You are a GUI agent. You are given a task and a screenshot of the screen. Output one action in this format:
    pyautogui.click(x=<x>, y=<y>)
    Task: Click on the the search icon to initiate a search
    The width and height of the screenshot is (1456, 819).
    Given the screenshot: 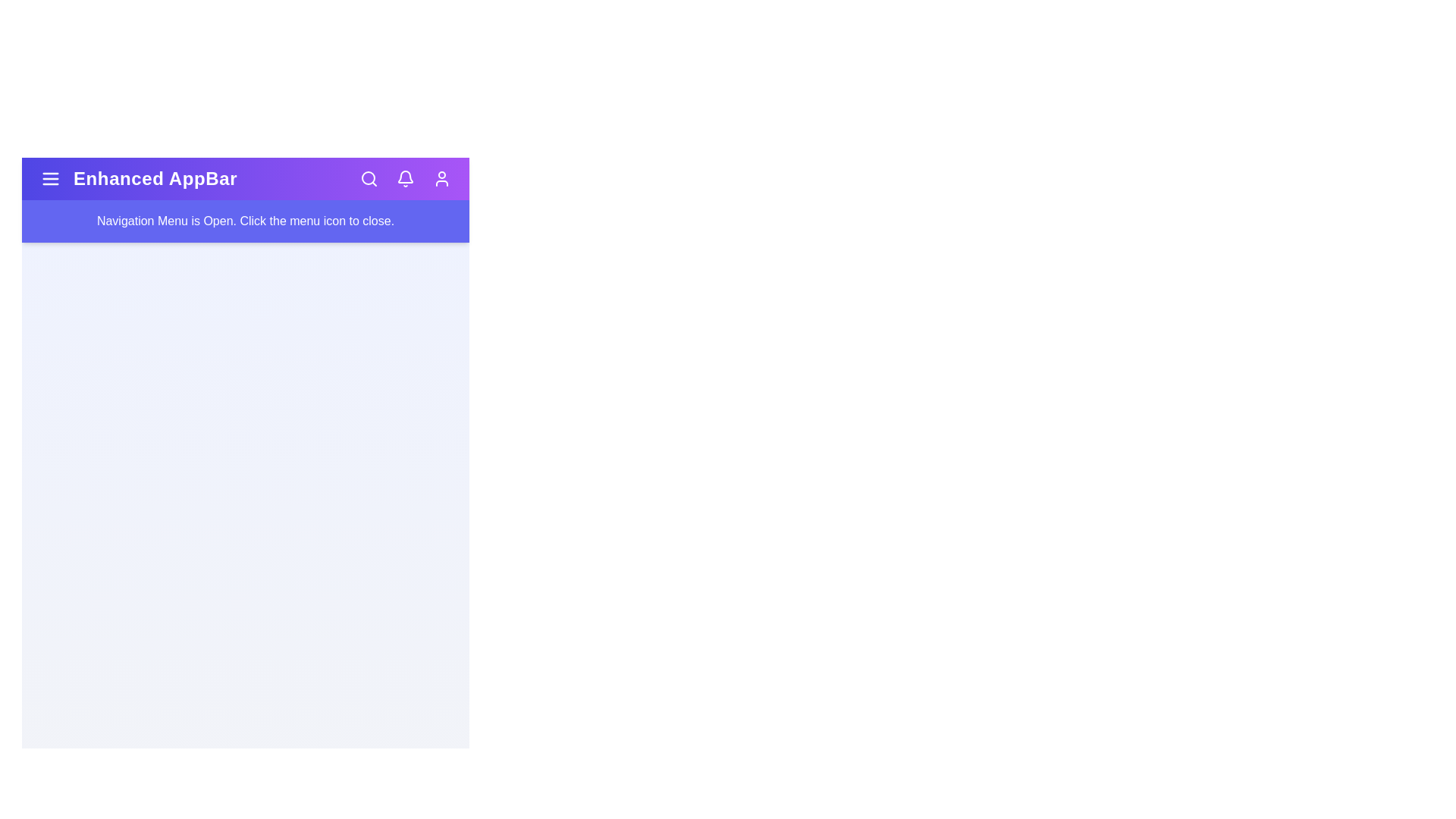 What is the action you would take?
    pyautogui.click(x=369, y=177)
    